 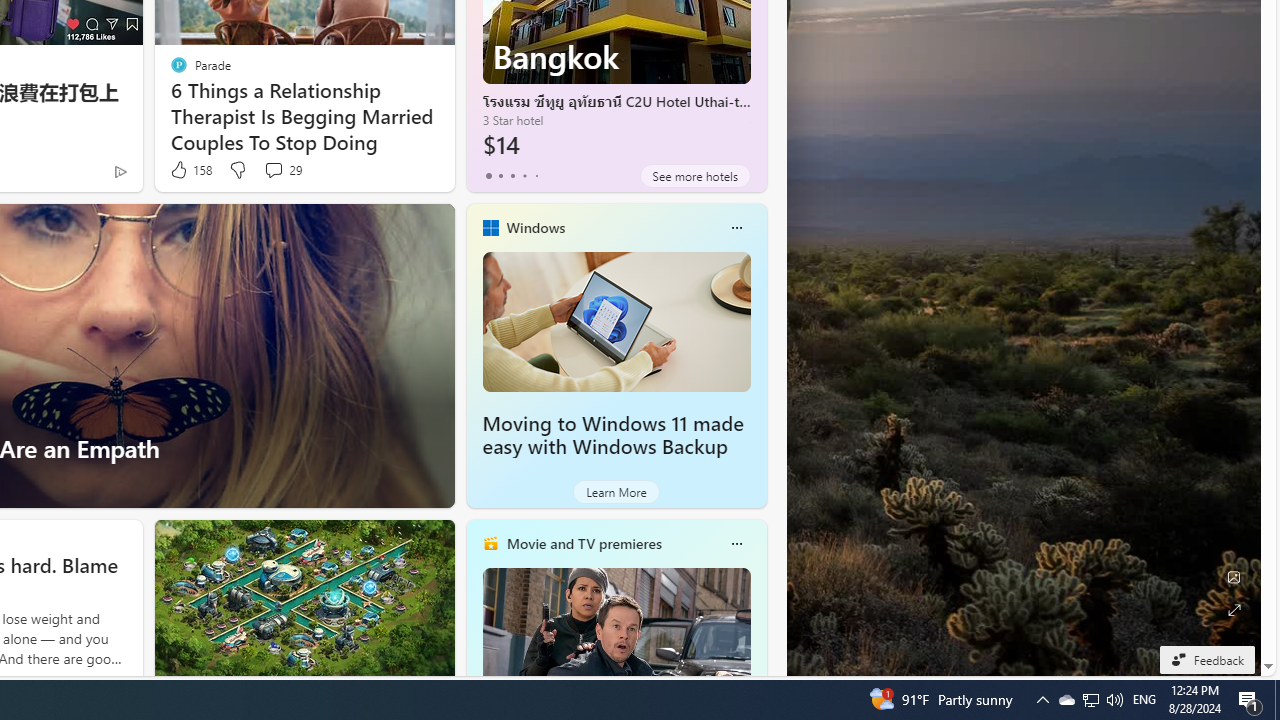 I want to click on 'tab-3', so click(x=524, y=175).